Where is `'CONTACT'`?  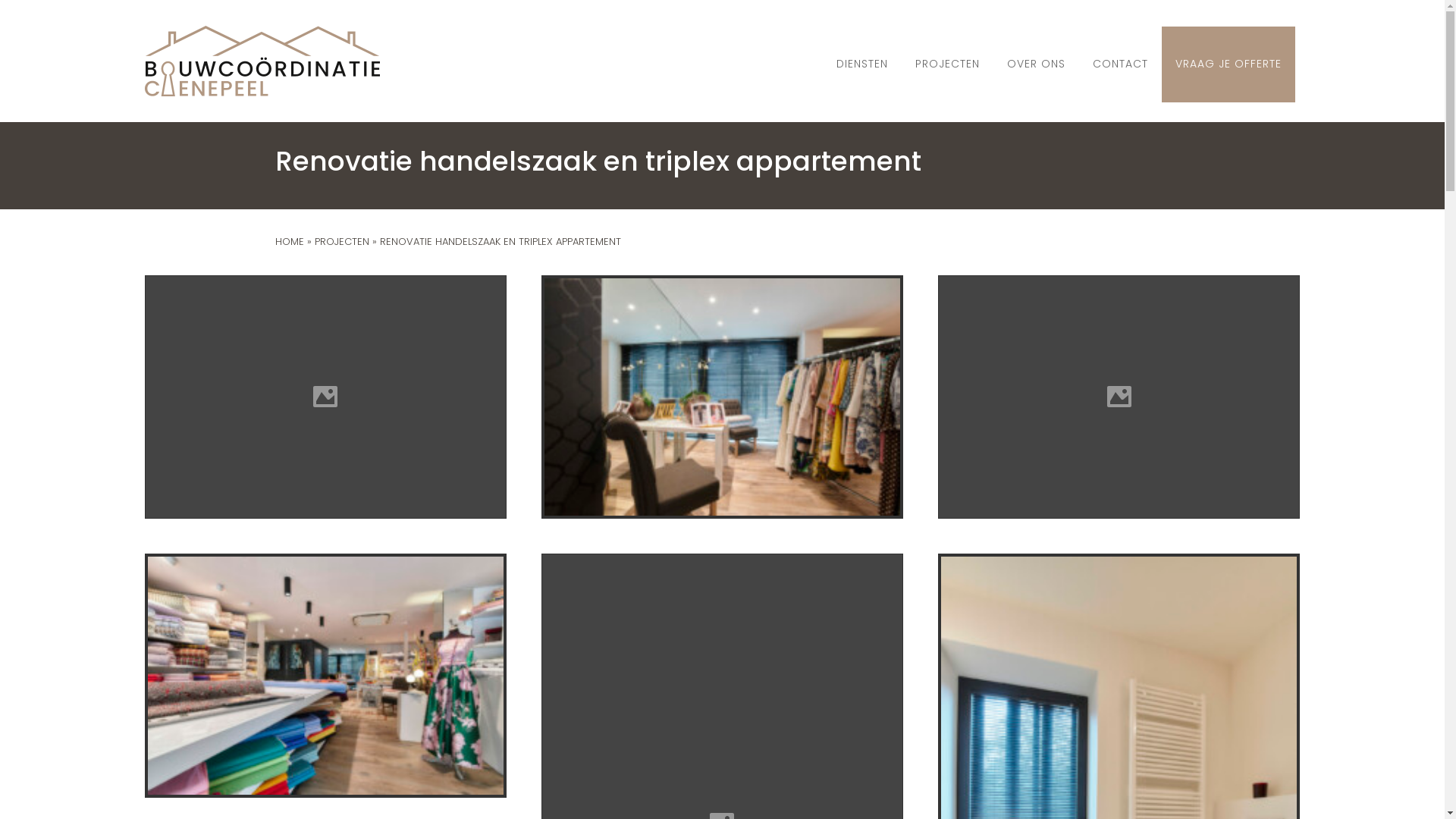
'CONTACT' is located at coordinates (1120, 63).